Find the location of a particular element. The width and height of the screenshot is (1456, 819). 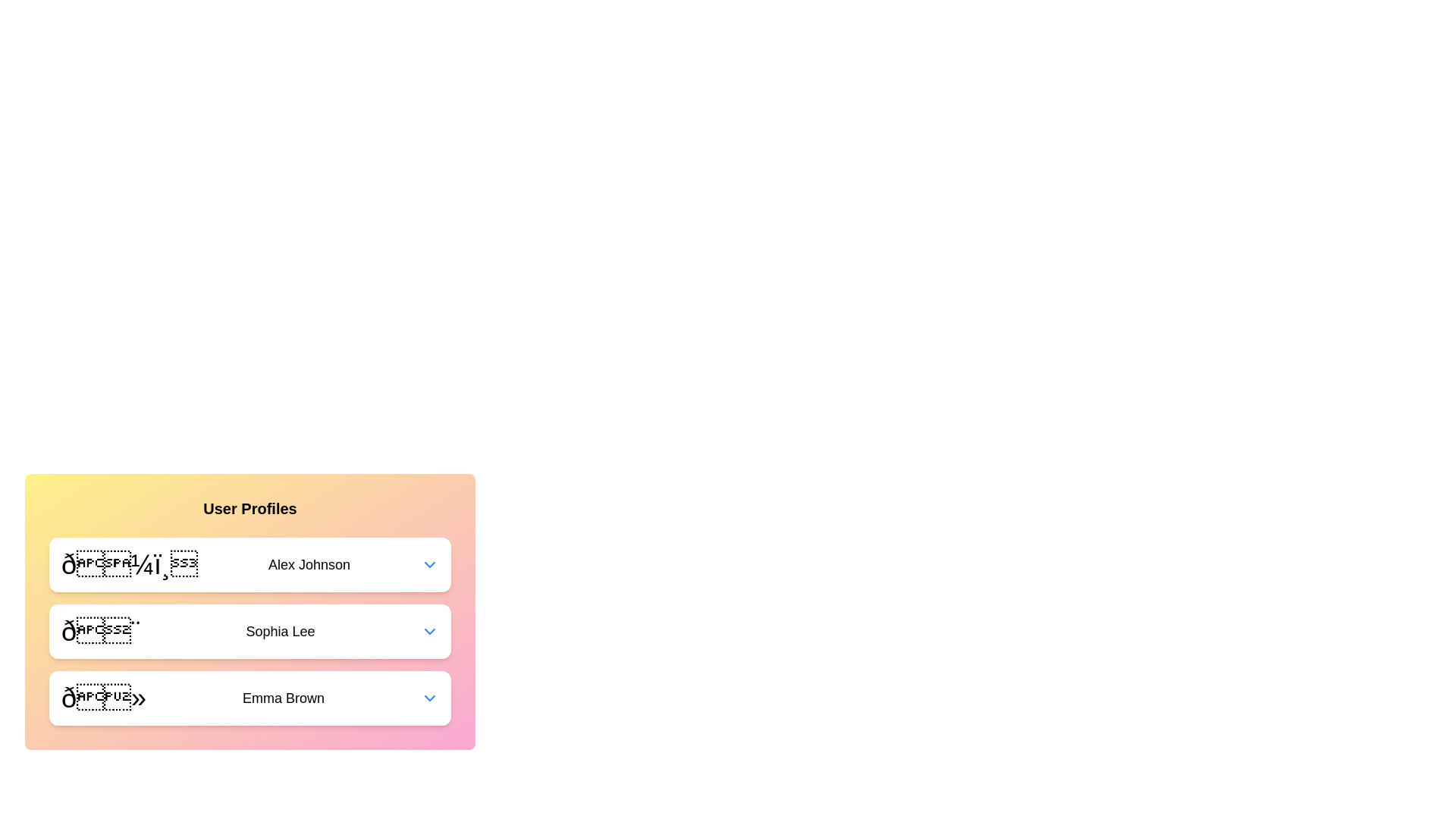

the avatar of Sophia Lee to interact with it is located at coordinates (100, 632).